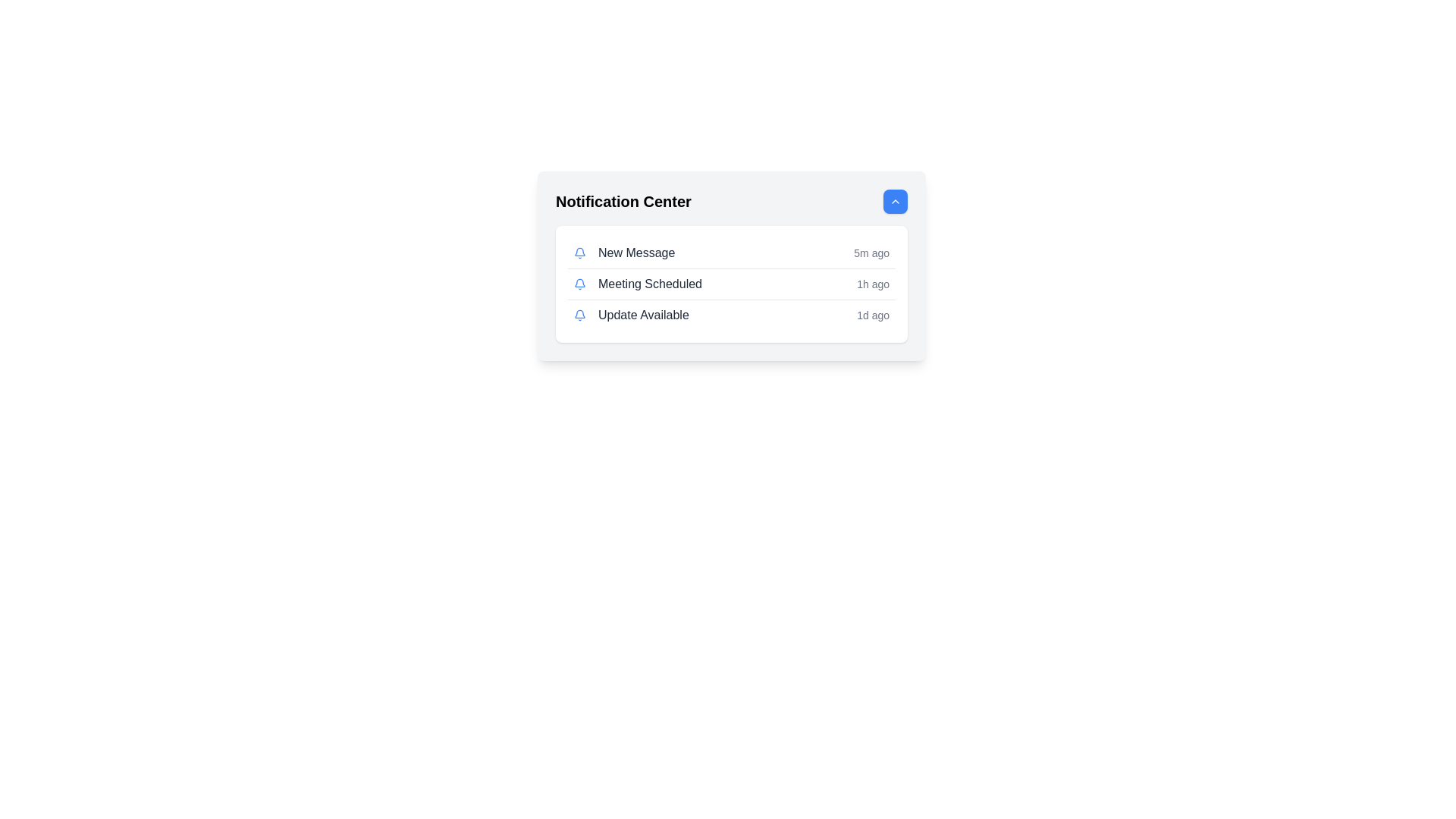  I want to click on the 'Notification Center' text label, which is bold and prominently displayed in dark color against a light background, so click(623, 201).